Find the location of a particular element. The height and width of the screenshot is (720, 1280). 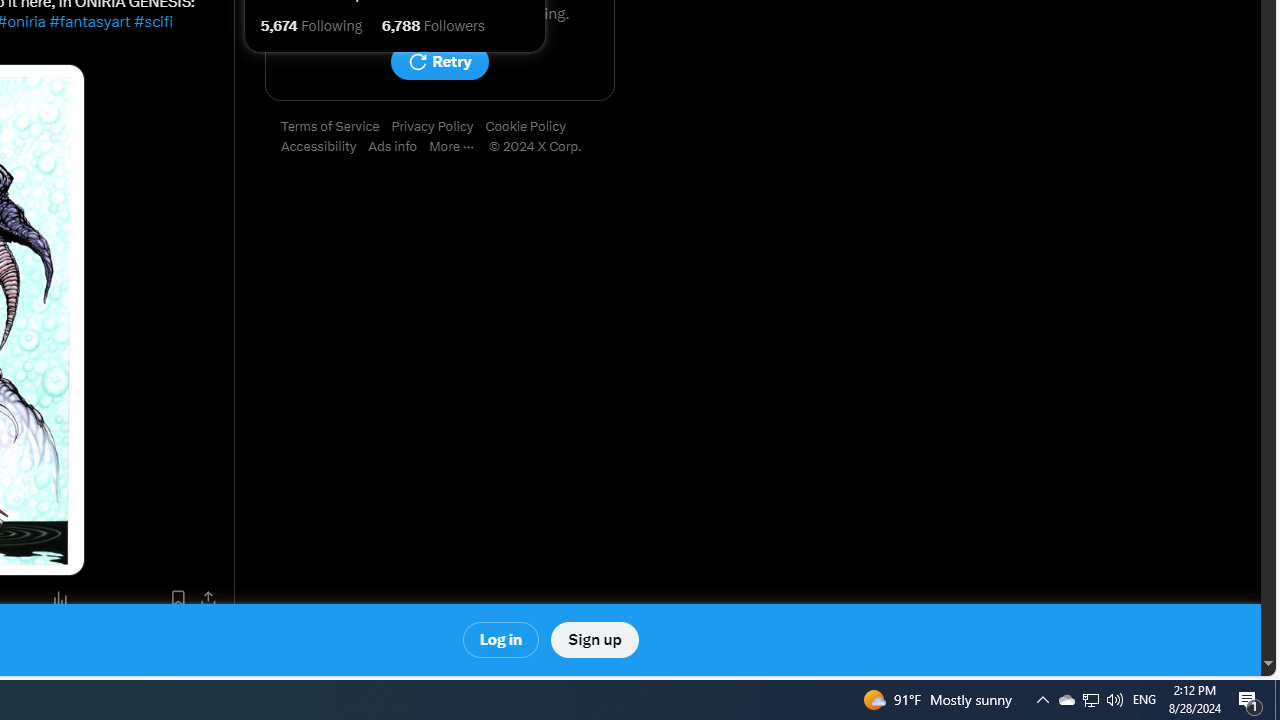

'Bookmark' is located at coordinates (177, 597).